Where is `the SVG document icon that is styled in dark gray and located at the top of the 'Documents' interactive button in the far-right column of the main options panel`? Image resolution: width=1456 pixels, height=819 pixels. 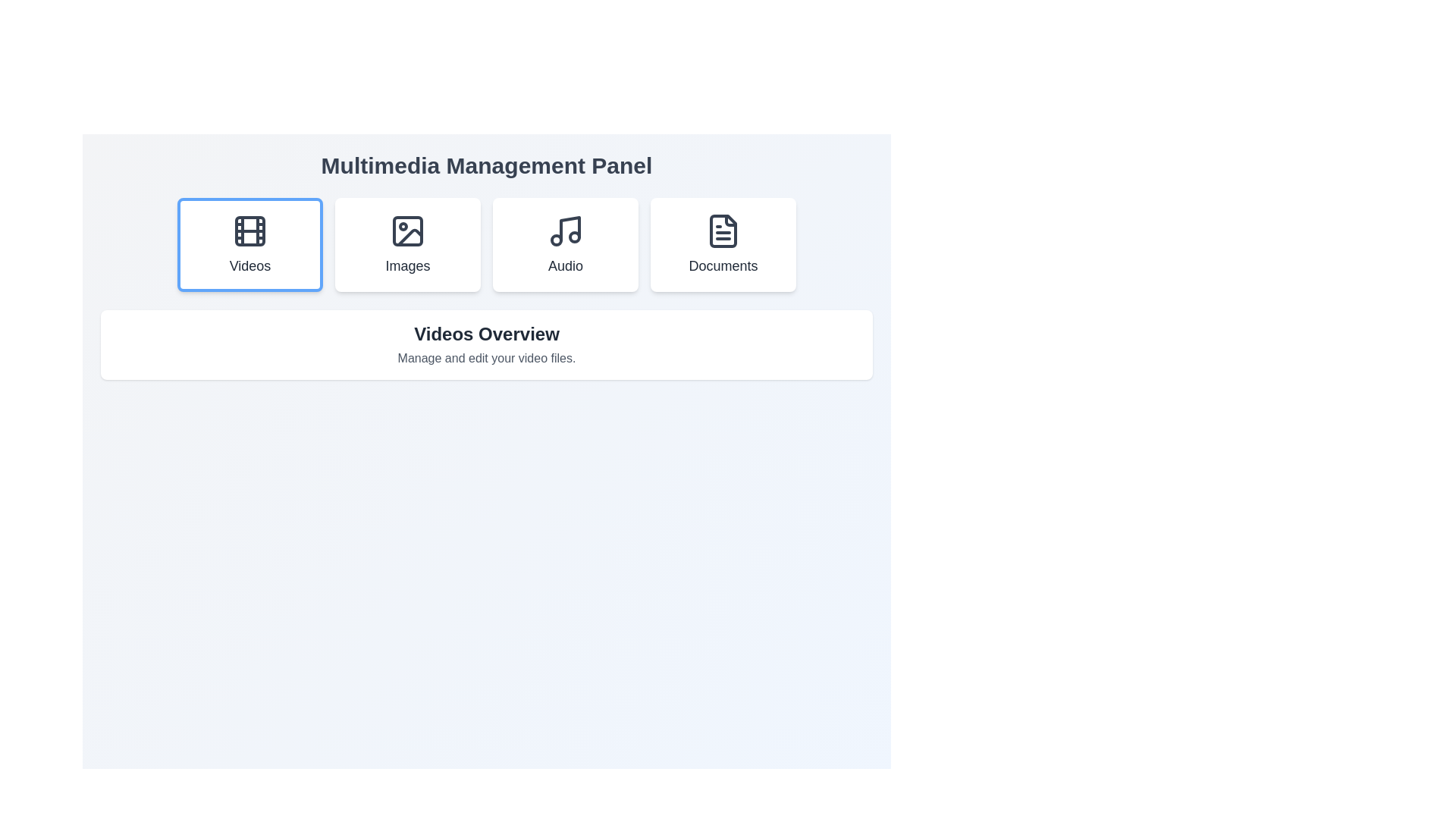 the SVG document icon that is styled in dark gray and located at the top of the 'Documents' interactive button in the far-right column of the main options panel is located at coordinates (723, 231).